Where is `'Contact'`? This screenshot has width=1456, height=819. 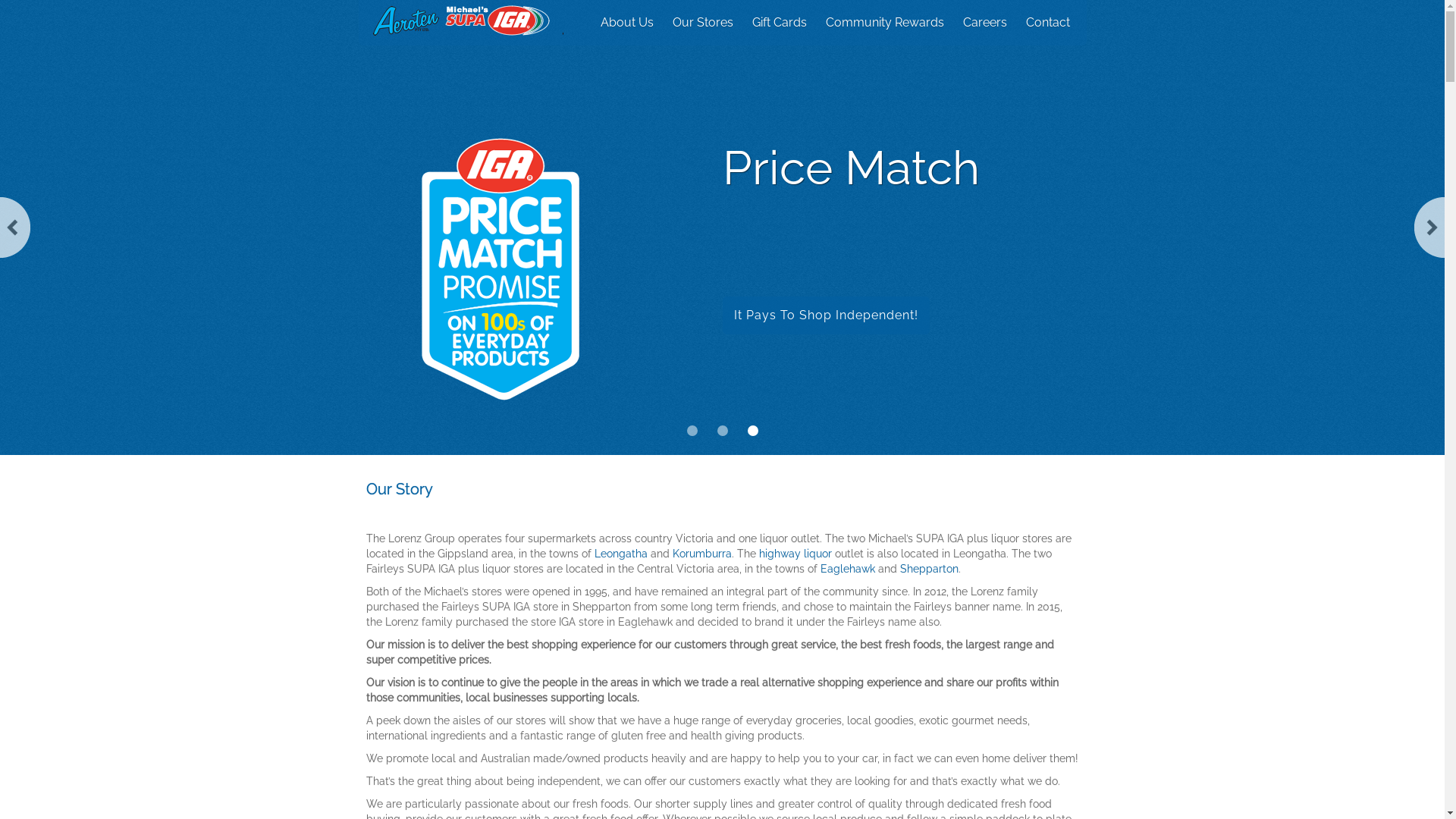 'Contact' is located at coordinates (1046, 22).